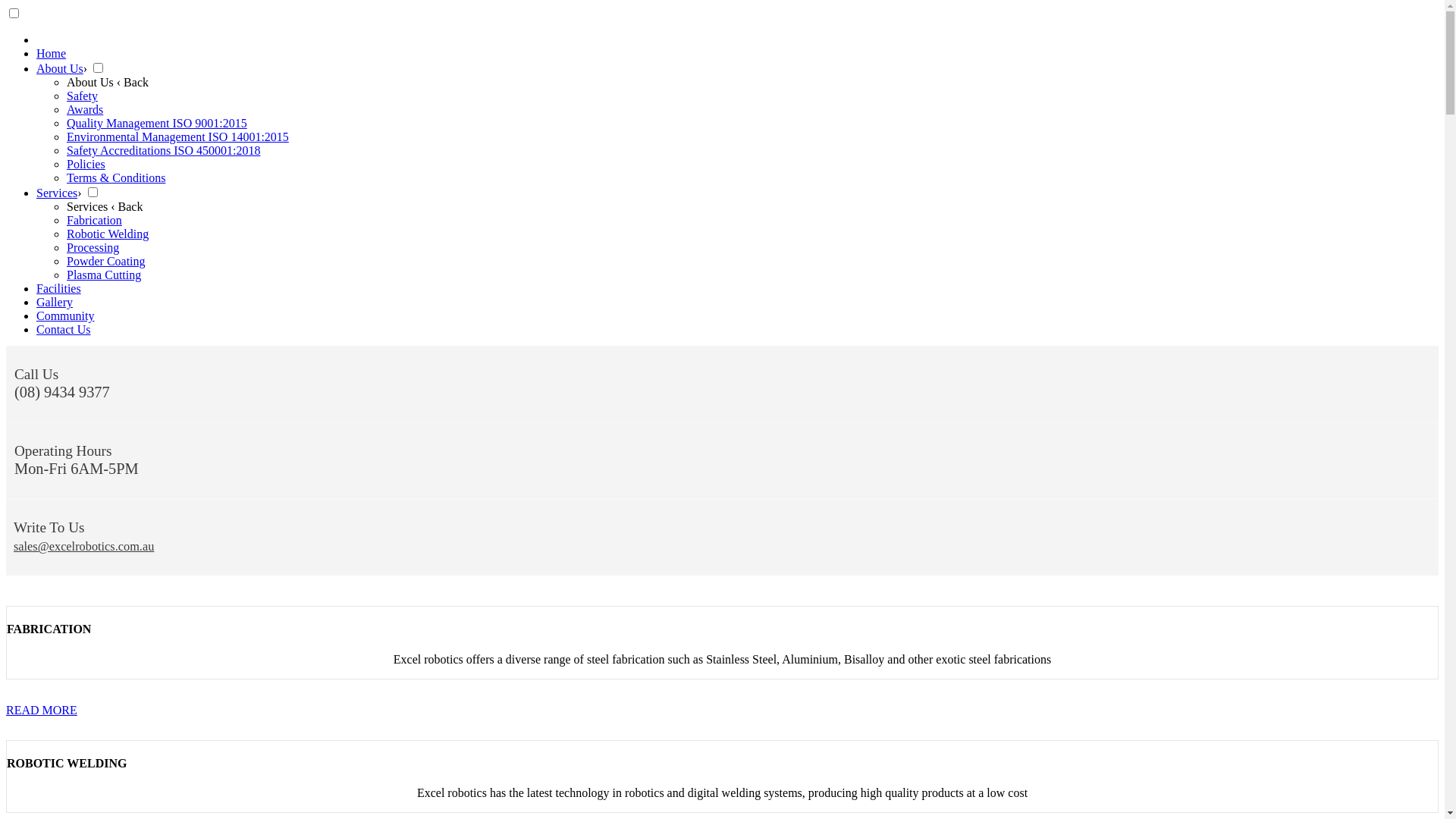  What do you see at coordinates (36, 315) in the screenshot?
I see `'Community'` at bounding box center [36, 315].